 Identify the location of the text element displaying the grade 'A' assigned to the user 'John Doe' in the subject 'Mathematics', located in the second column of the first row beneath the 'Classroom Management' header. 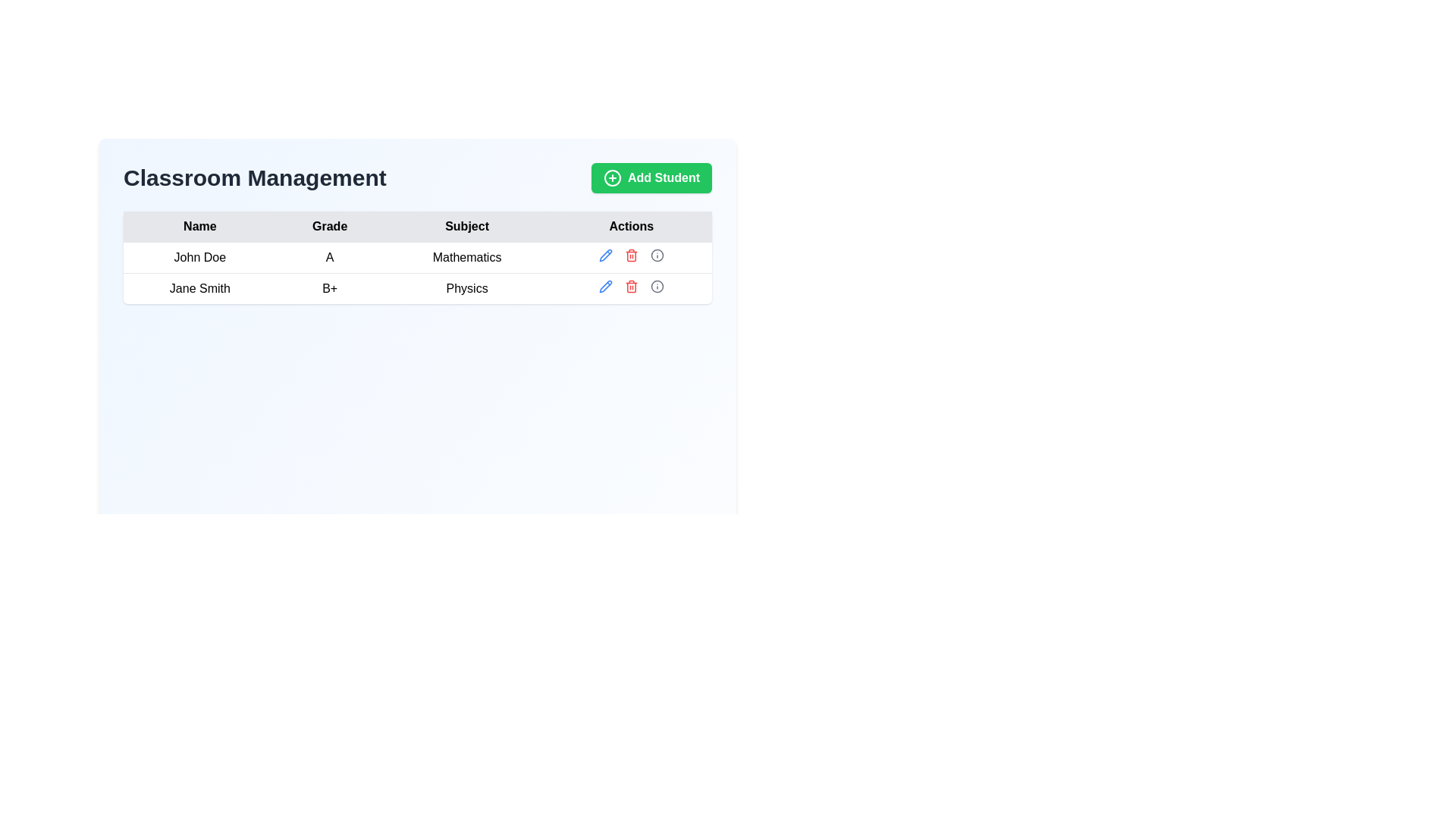
(329, 256).